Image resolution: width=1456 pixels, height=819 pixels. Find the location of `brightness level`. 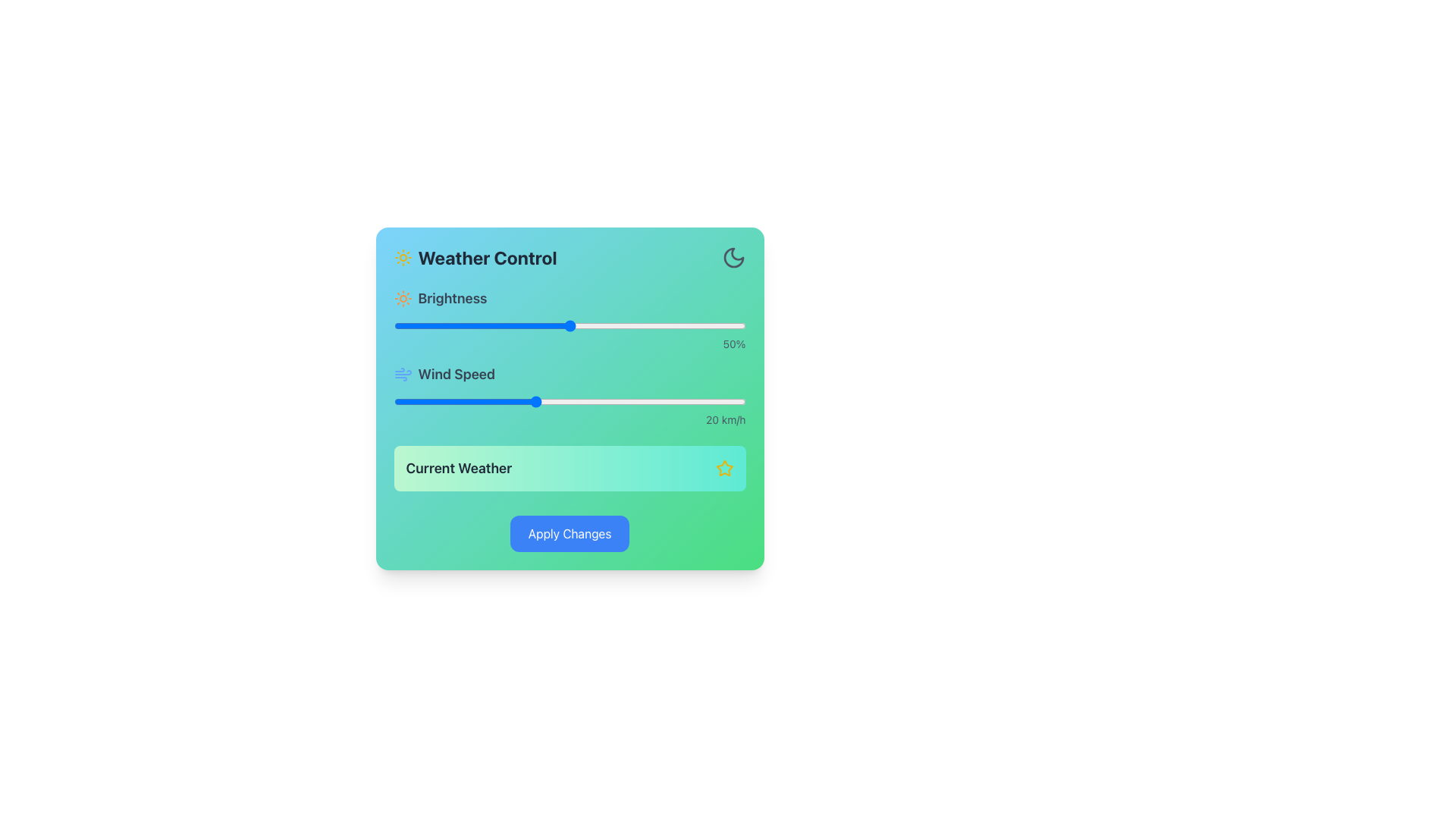

brightness level is located at coordinates (619, 325).